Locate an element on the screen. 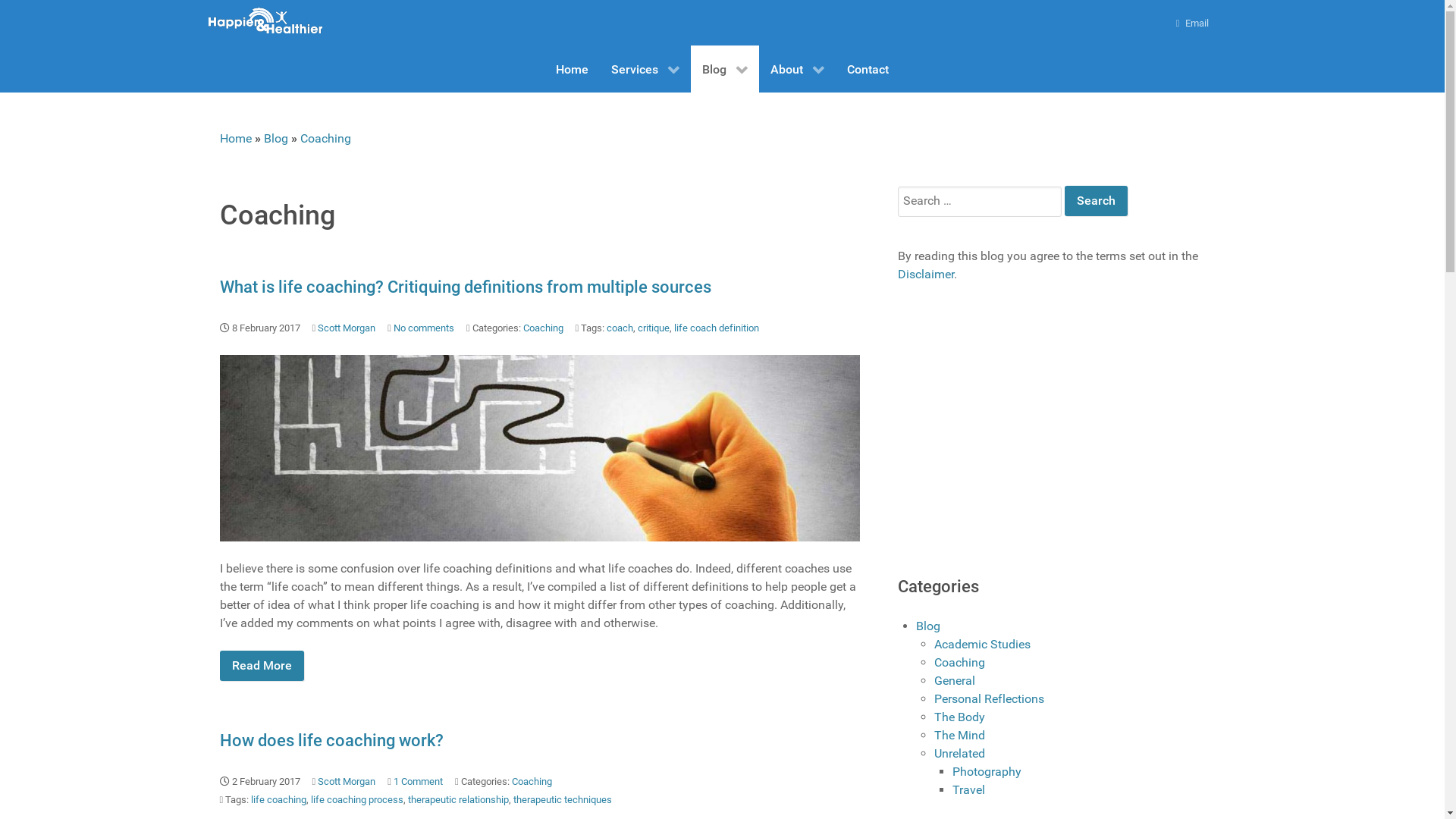 The image size is (1456, 819). 'Search for:' is located at coordinates (979, 201).